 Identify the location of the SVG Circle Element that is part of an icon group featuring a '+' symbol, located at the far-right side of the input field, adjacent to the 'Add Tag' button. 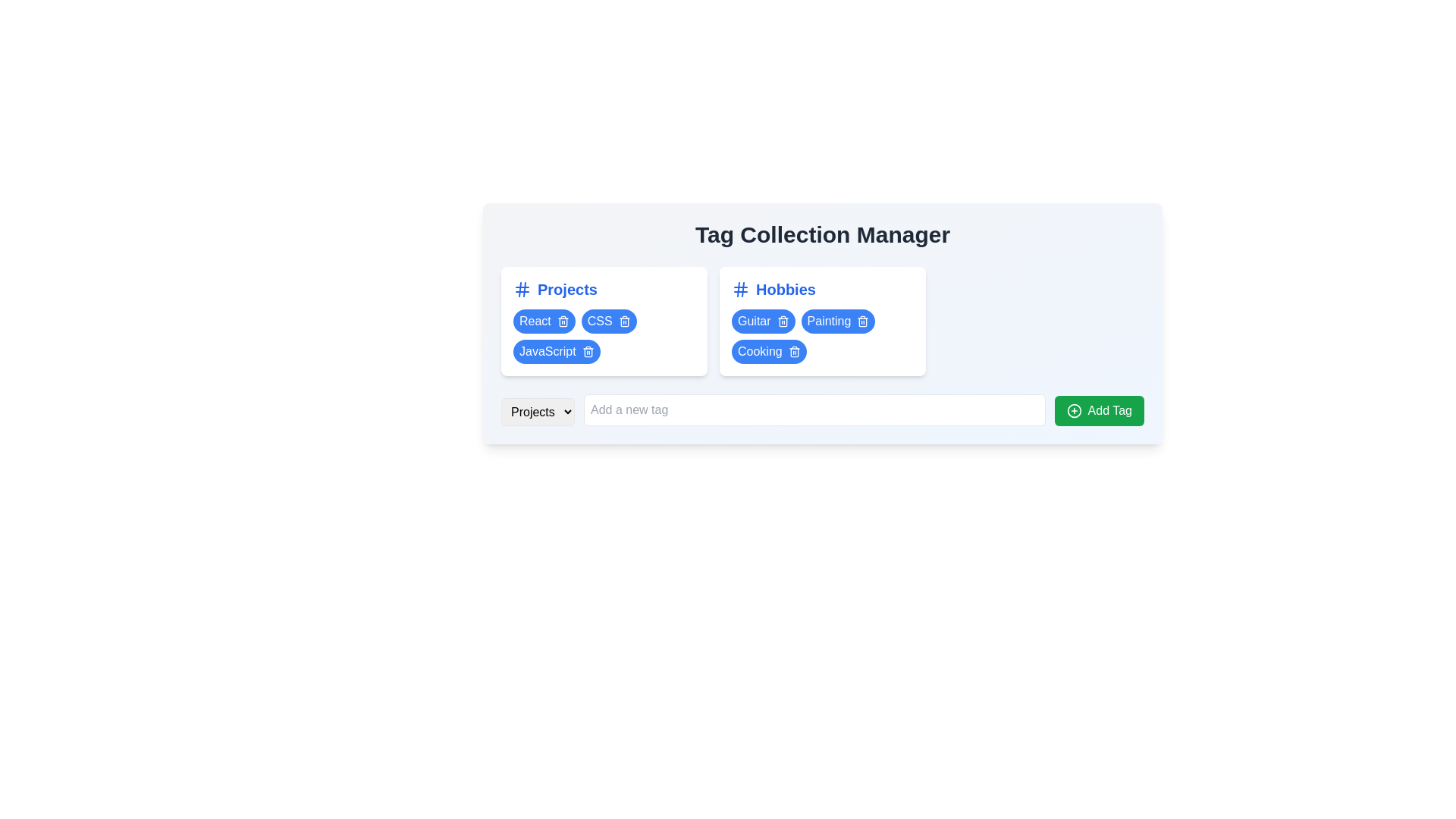
(1073, 411).